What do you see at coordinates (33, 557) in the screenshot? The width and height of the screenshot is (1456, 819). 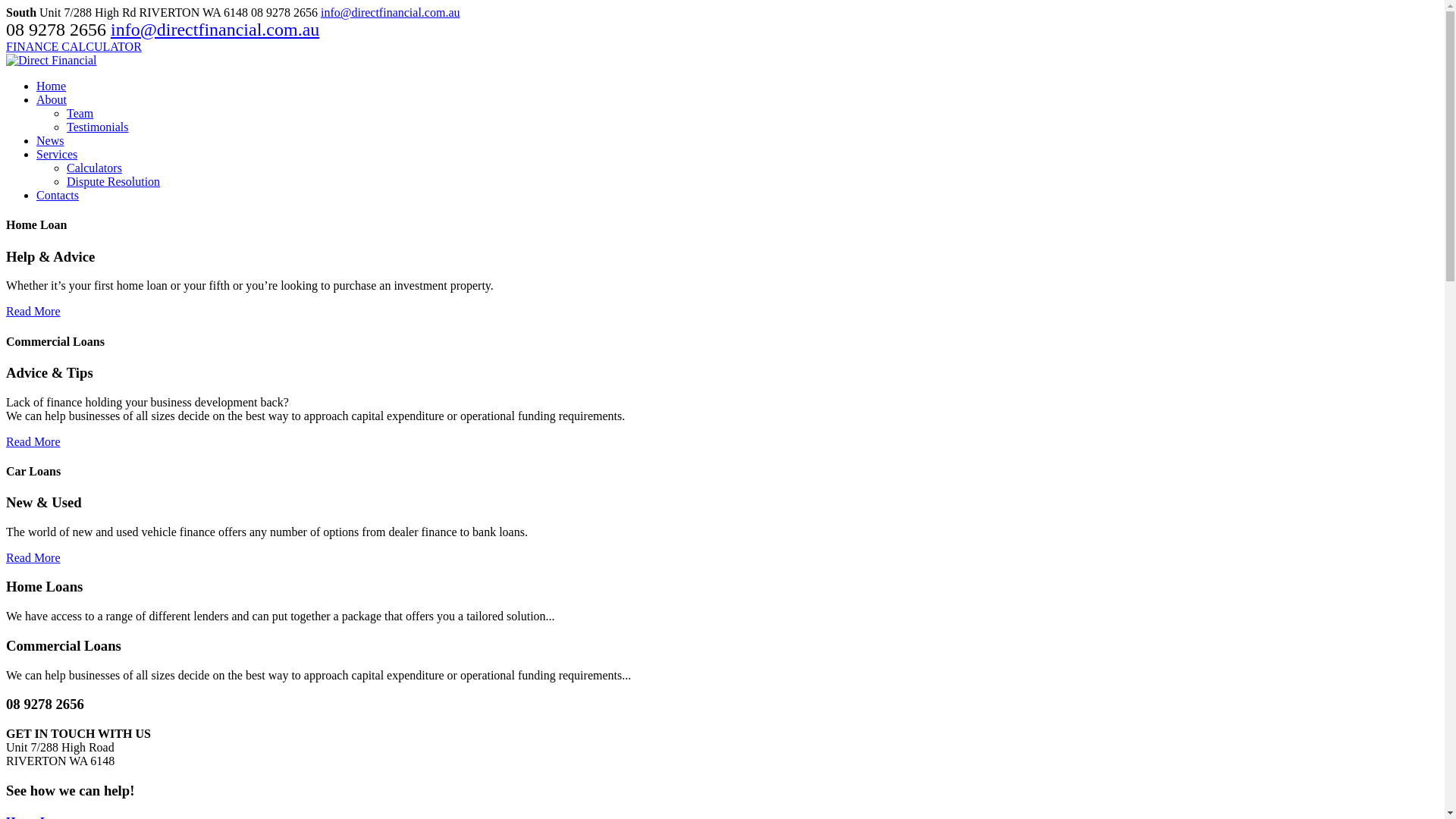 I see `'Read More'` at bounding box center [33, 557].